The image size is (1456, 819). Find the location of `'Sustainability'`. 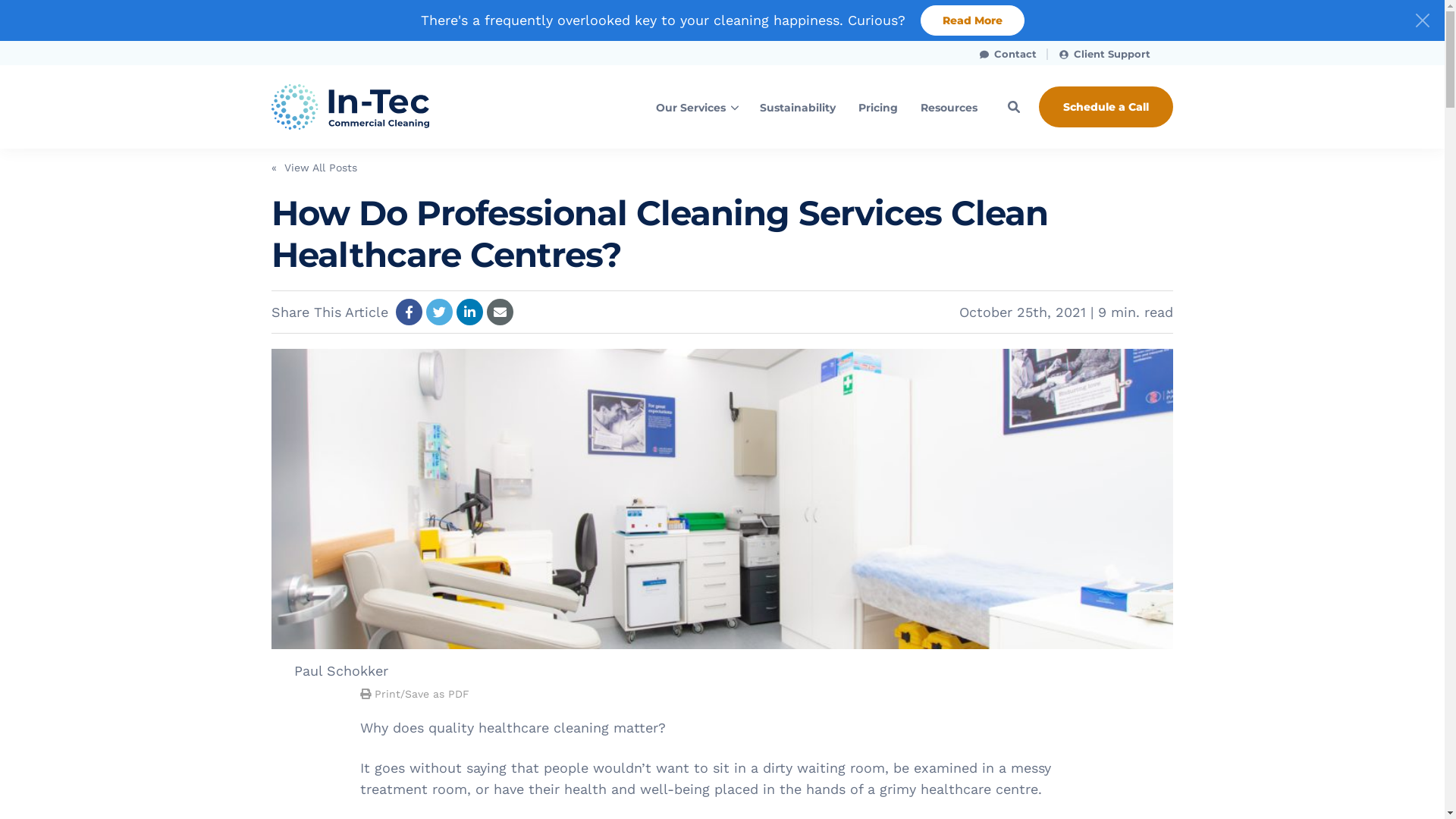

'Sustainability' is located at coordinates (796, 106).